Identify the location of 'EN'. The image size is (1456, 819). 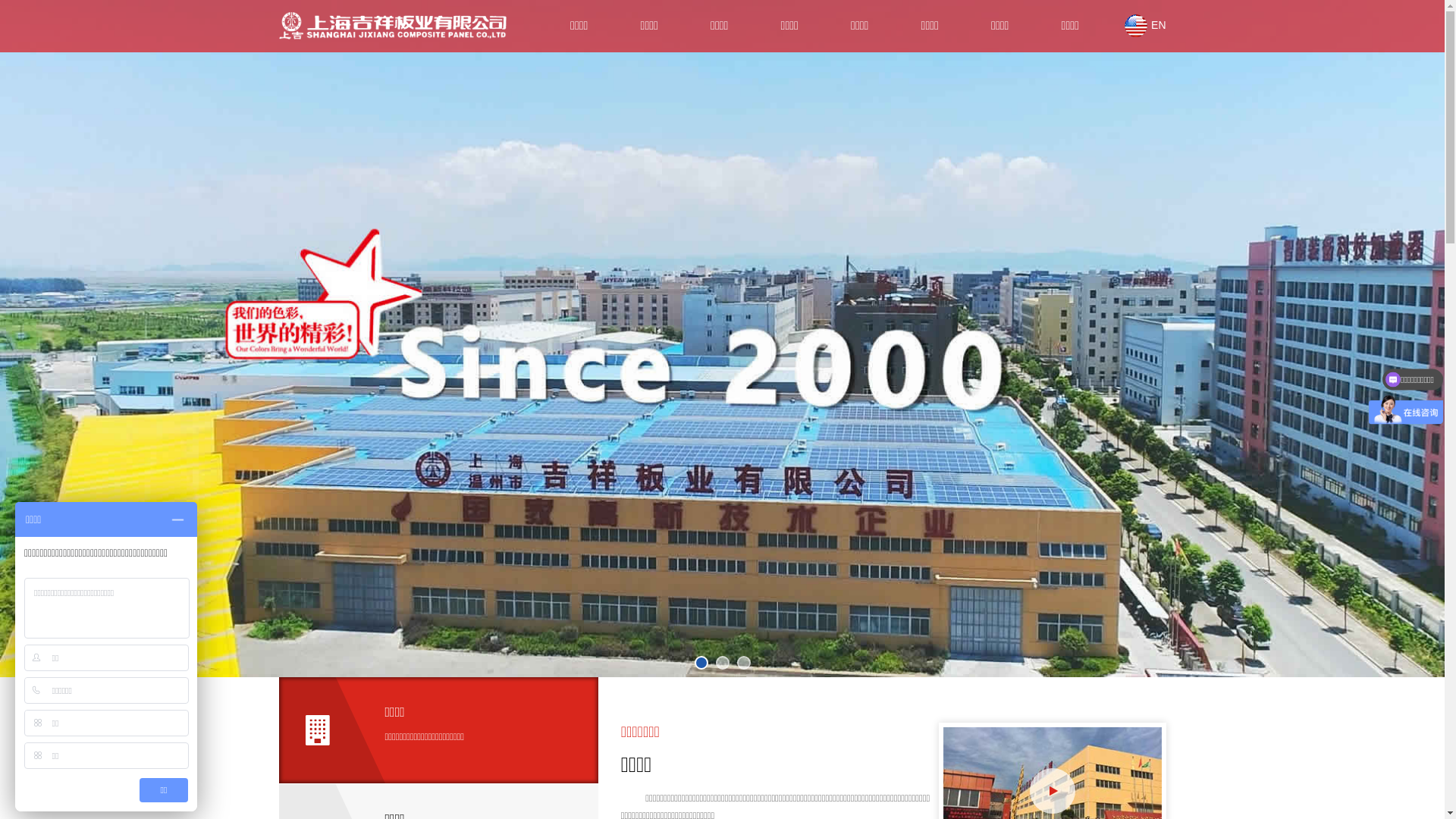
(1145, 25).